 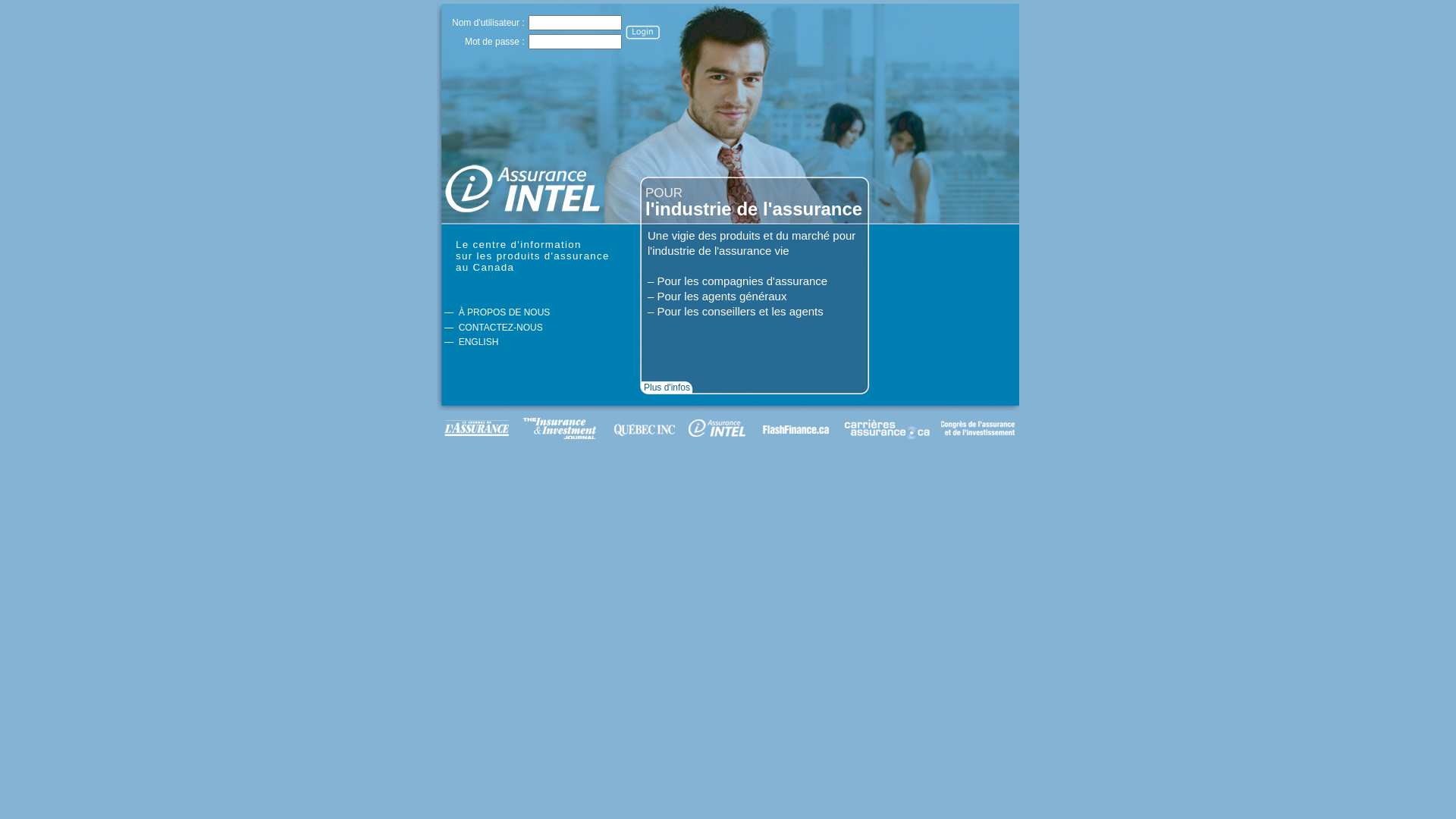 I want to click on 'CONTACTEZ-NOUS', so click(x=457, y=327).